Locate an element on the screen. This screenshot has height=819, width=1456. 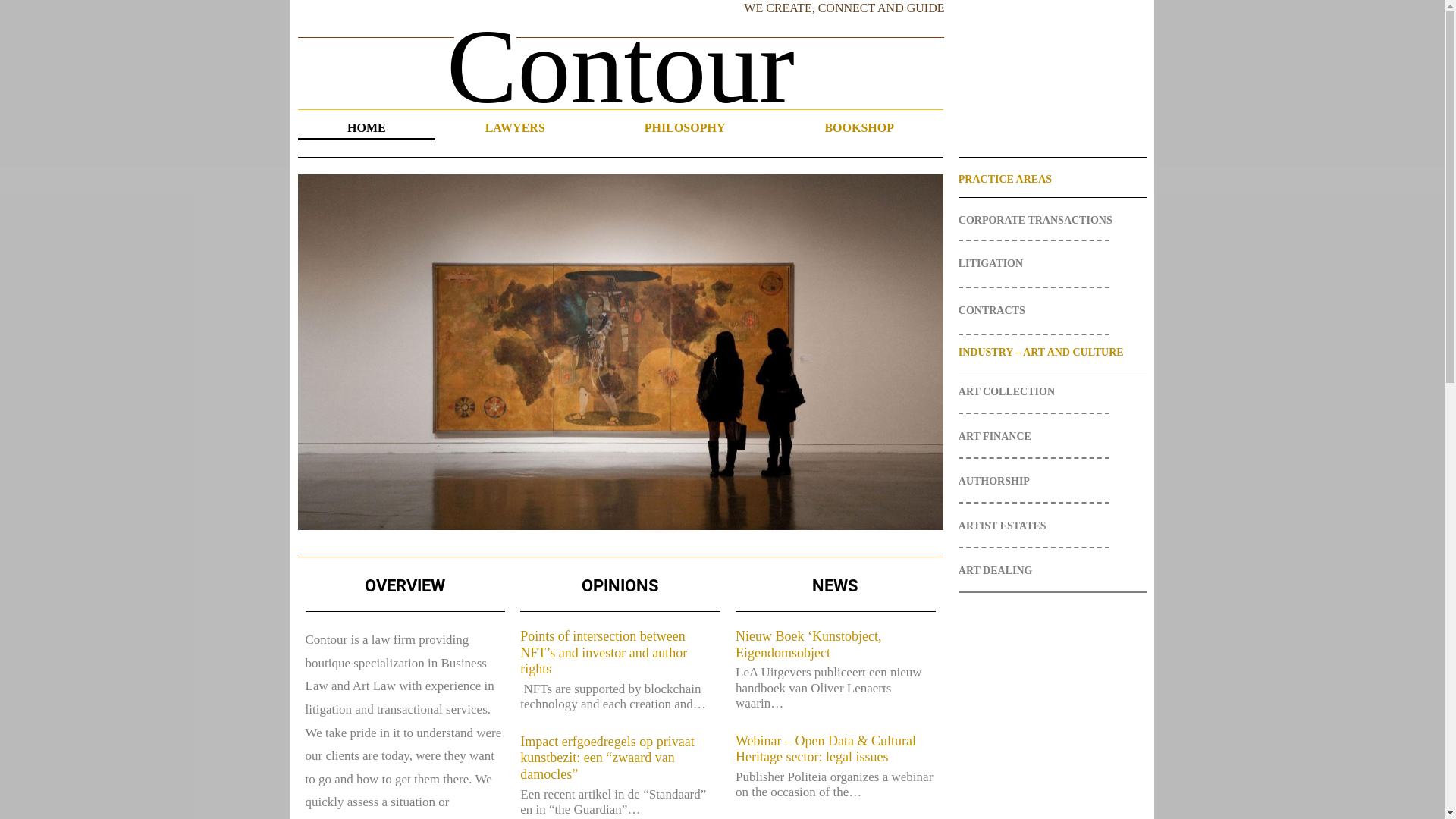
'BOOKSHOP' is located at coordinates (859, 127).